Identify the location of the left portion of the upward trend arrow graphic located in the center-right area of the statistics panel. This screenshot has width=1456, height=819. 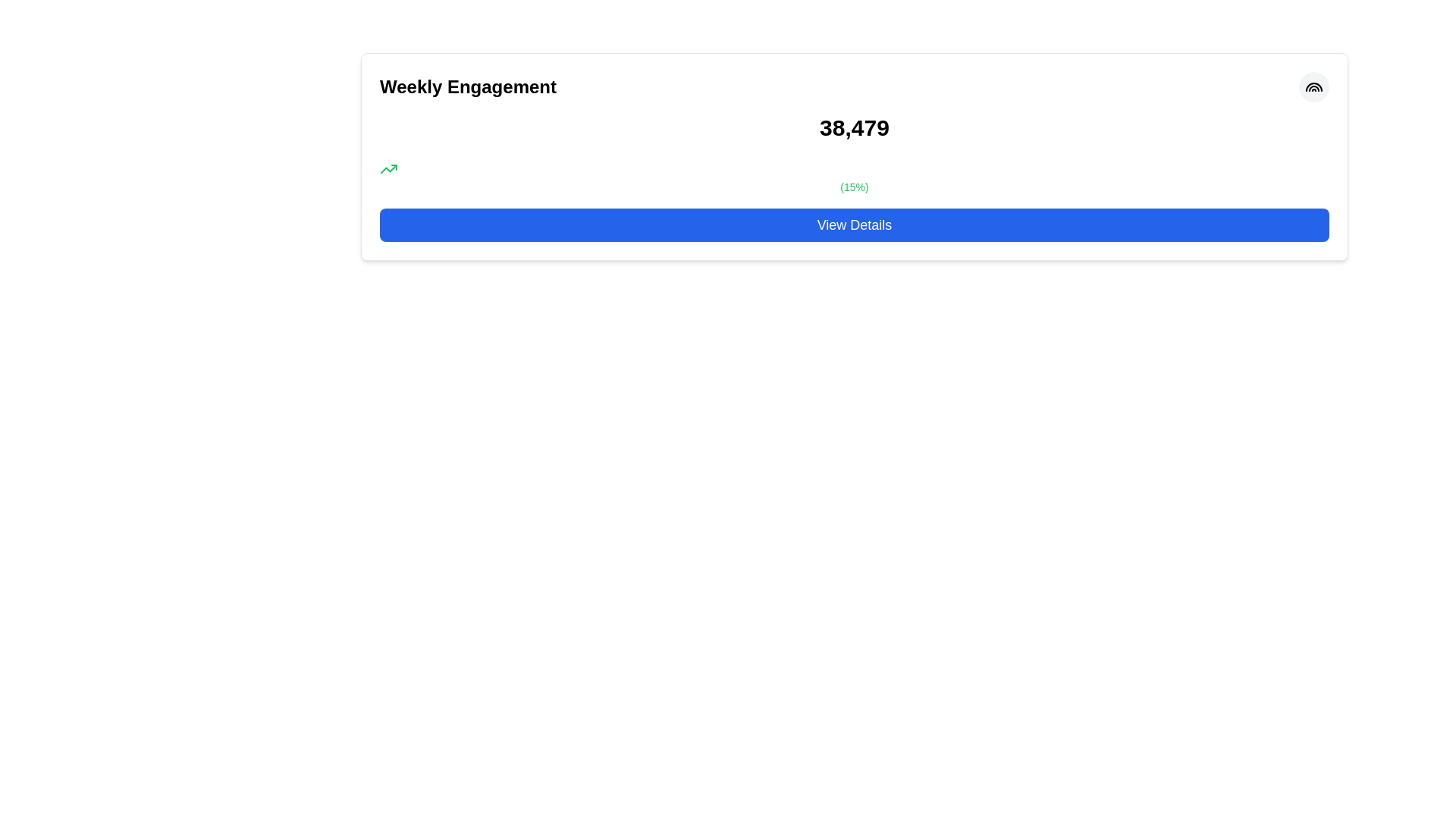
(389, 169).